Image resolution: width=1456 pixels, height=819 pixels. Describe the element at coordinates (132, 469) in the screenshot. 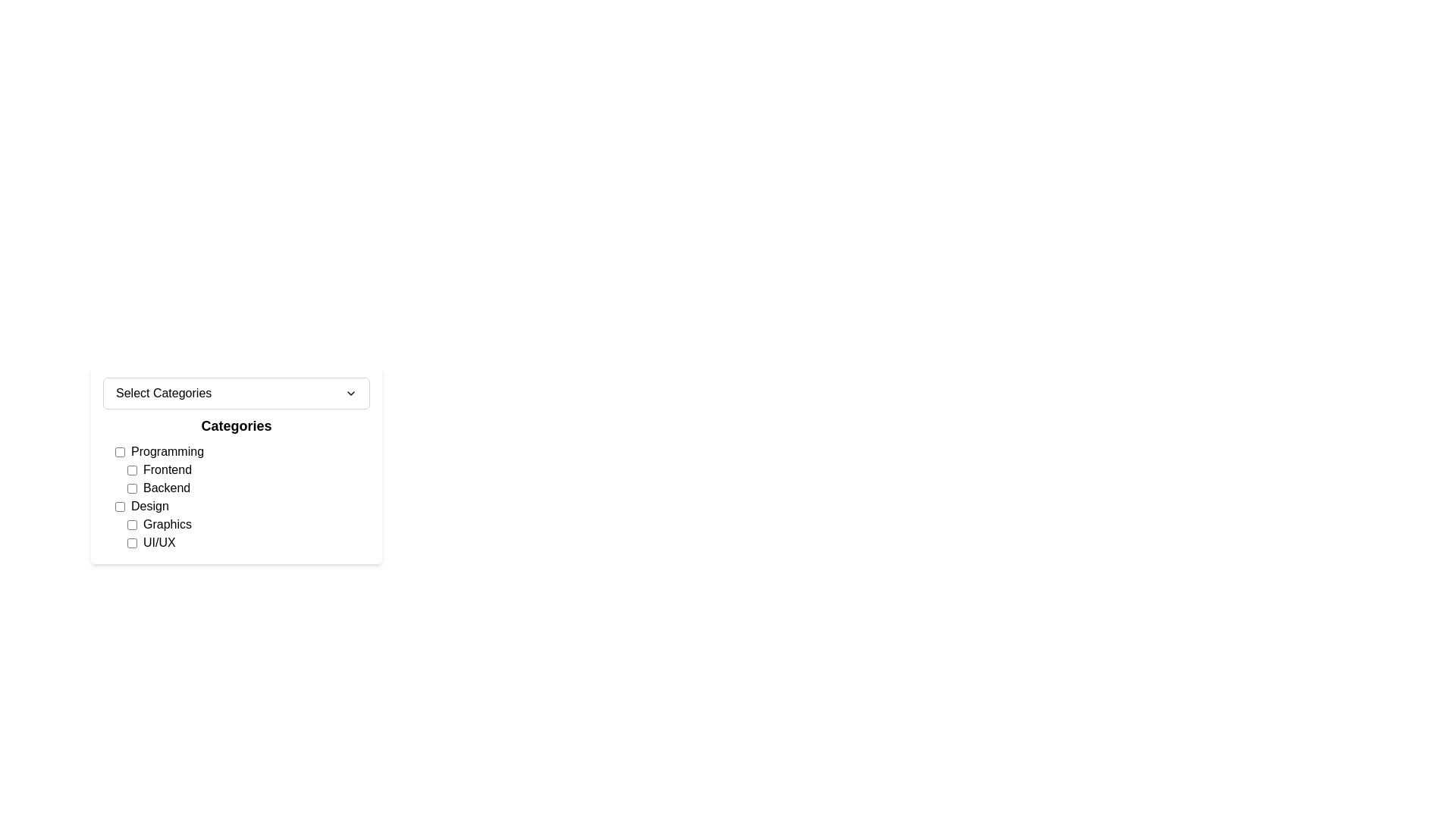

I see `the selected checkbox located to the left of the 'Frontend' label` at that location.